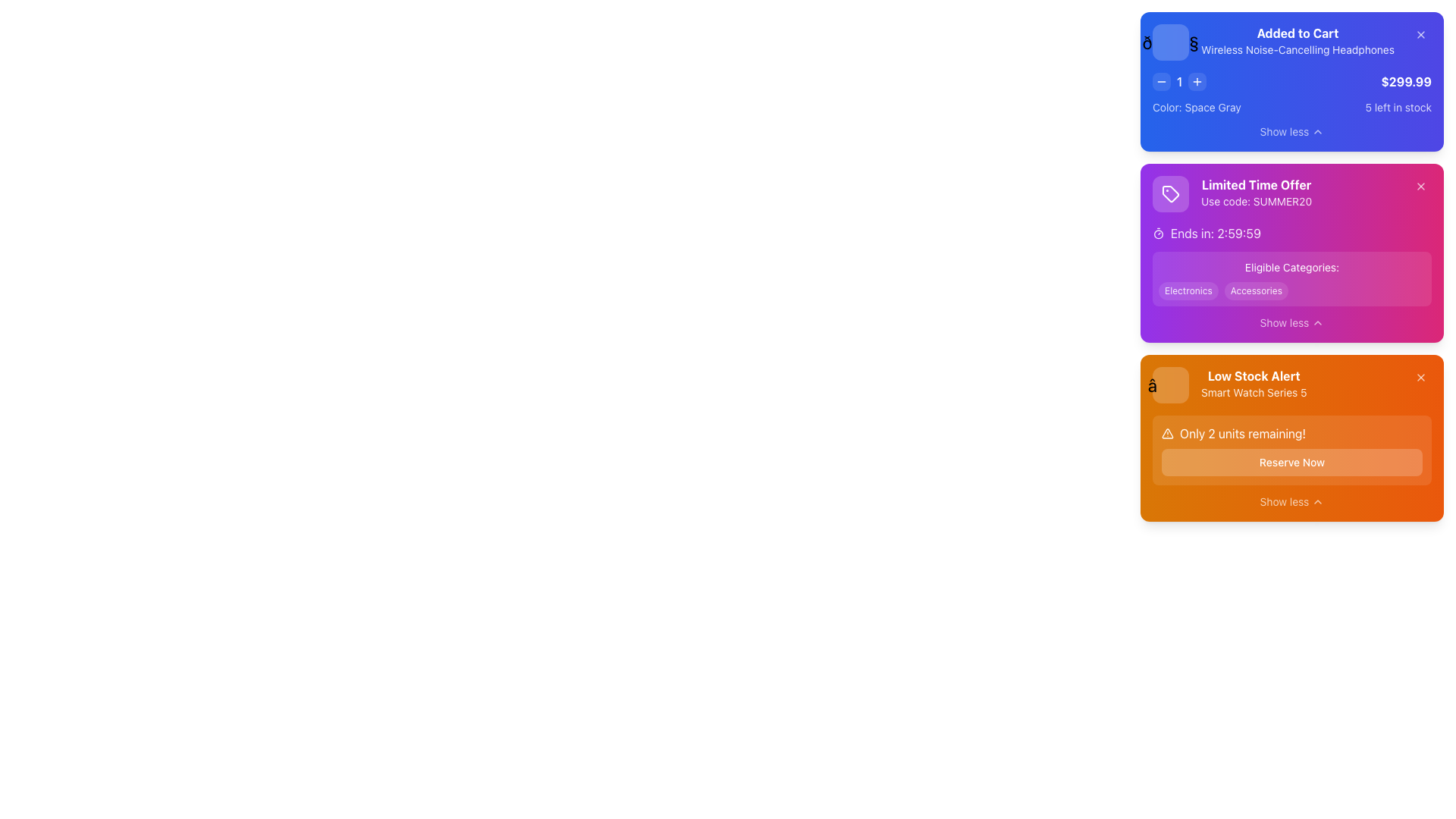 The width and height of the screenshot is (1456, 819). I want to click on the small, circular close button ('X') with a white outline, located on the far-right edge of the 'Limited Time Offer' card in the title section, so click(1420, 186).